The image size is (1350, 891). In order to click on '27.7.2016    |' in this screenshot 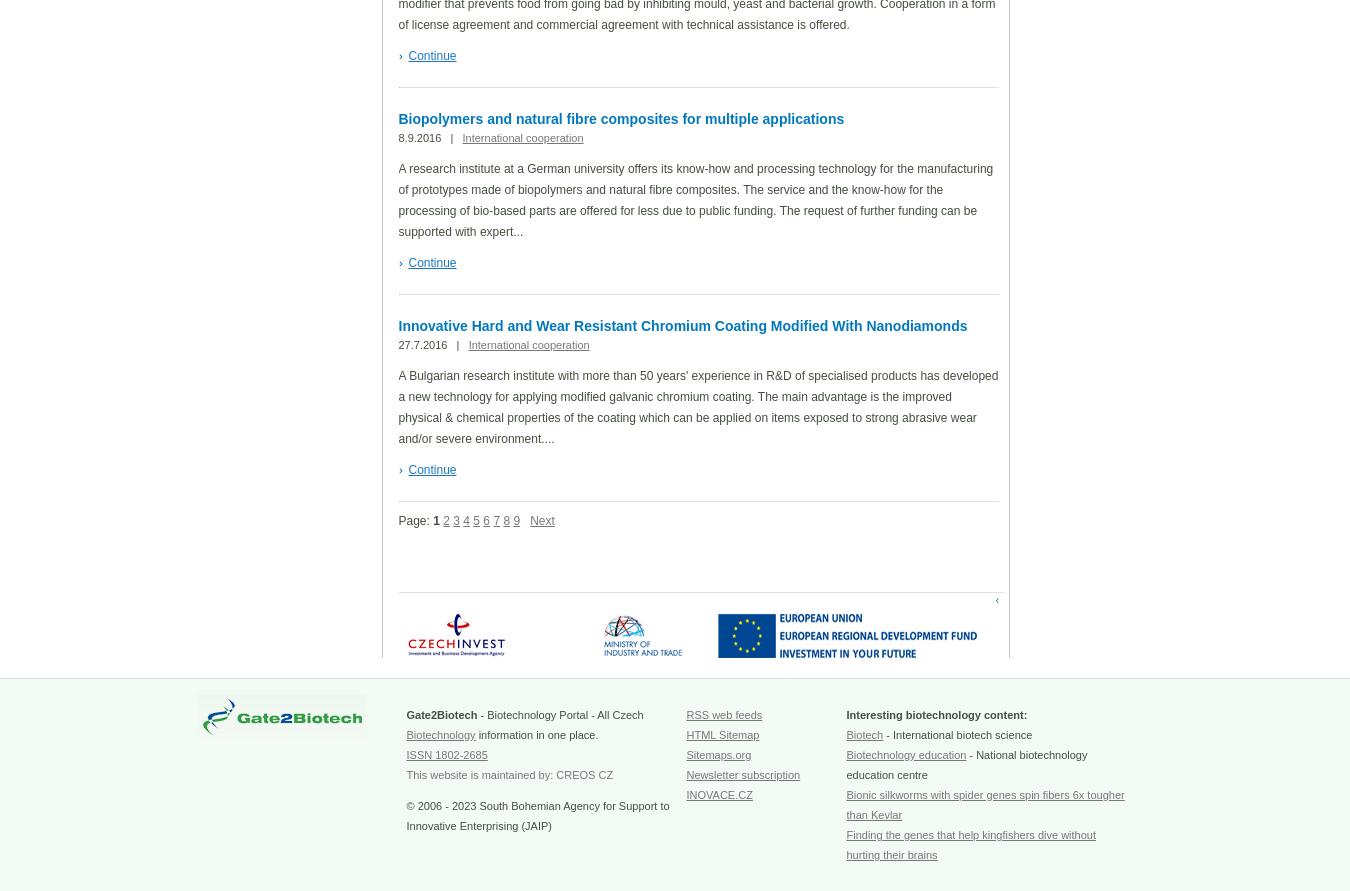, I will do `click(432, 343)`.